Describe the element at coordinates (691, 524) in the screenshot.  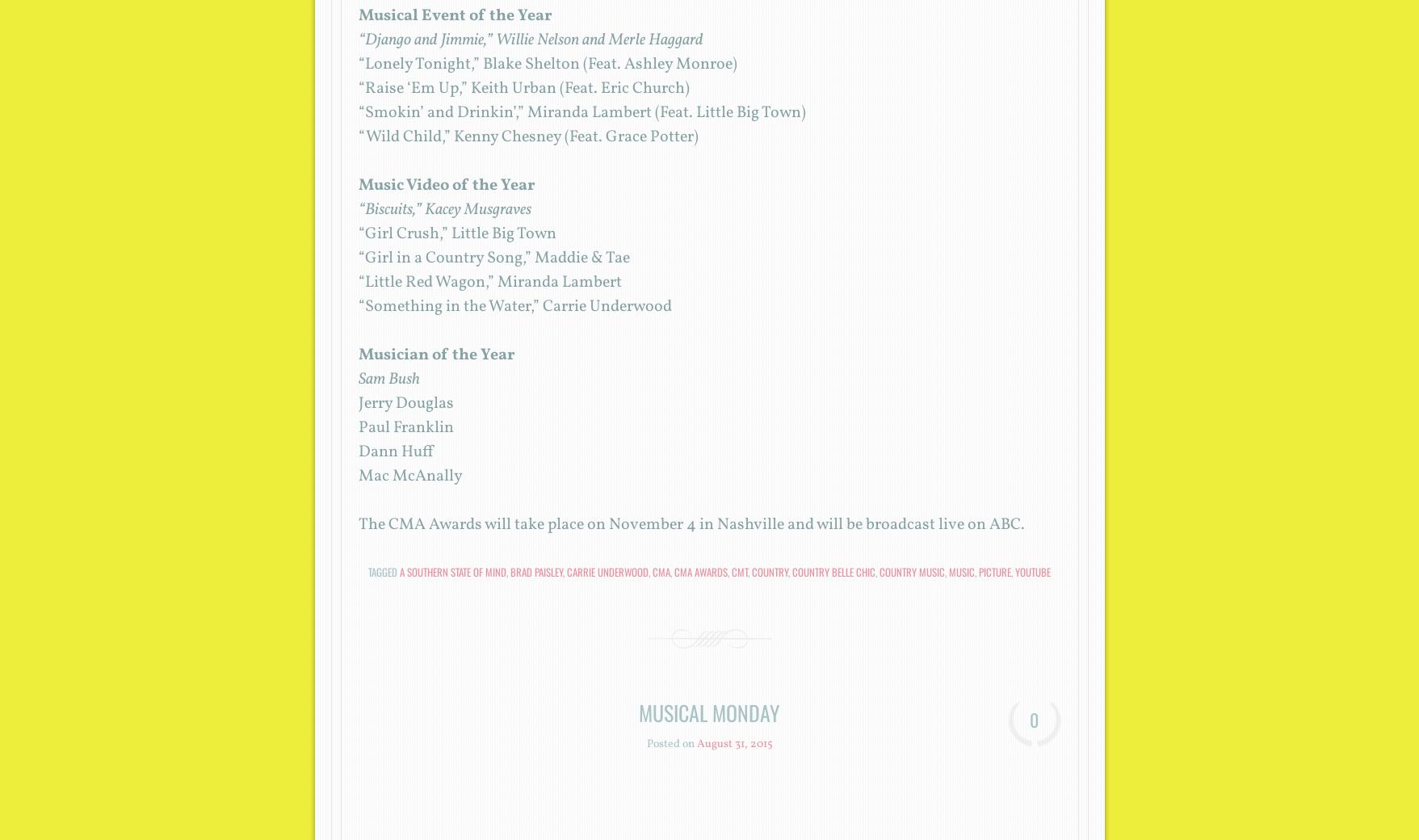
I see `'The CMA Awards will take place on November 4 in Nashville and will be broadcast live on ABC.'` at that location.